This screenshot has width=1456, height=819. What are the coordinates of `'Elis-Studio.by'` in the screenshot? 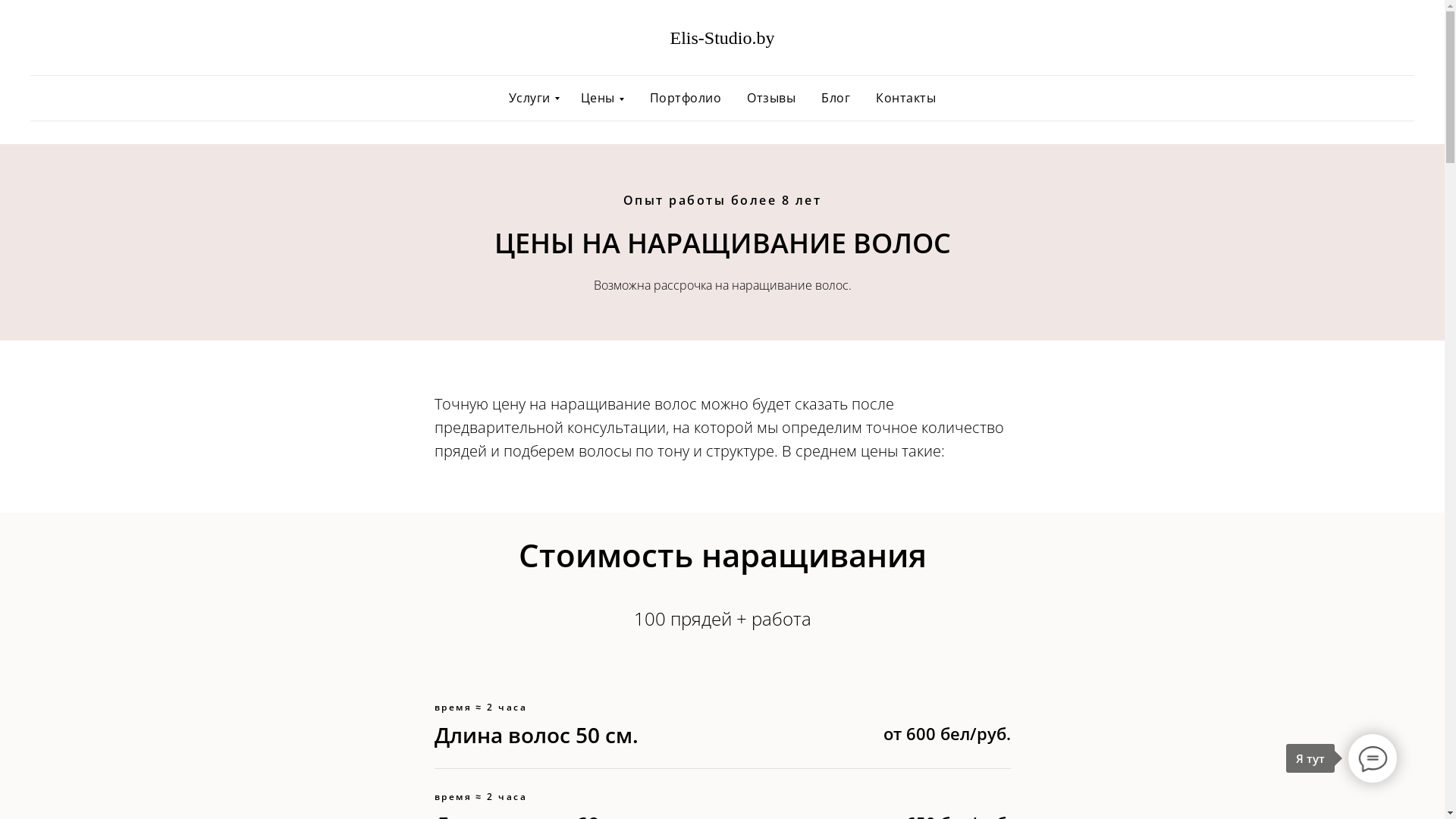 It's located at (722, 39).